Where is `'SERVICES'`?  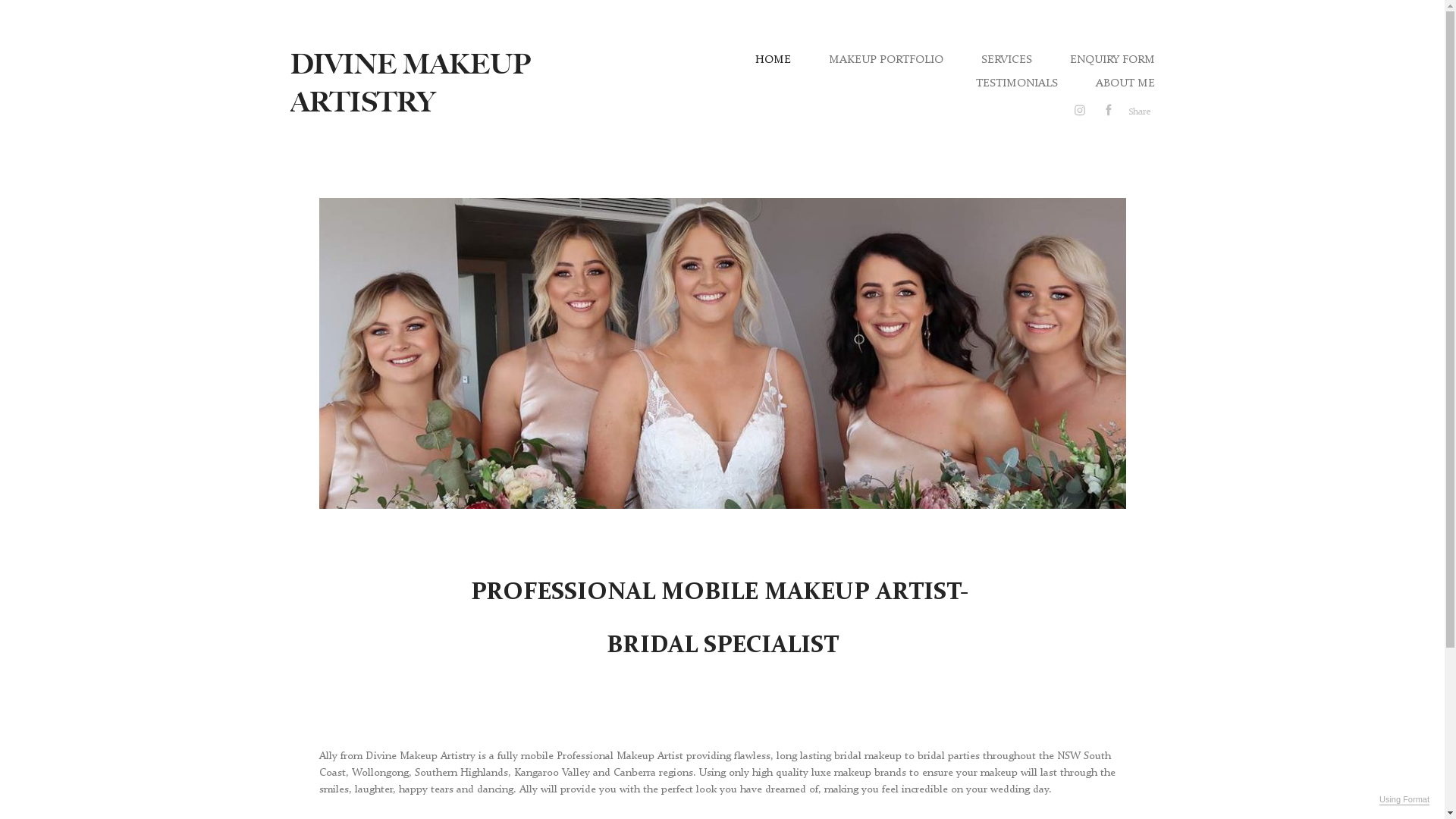 'SERVICES' is located at coordinates (1006, 58).